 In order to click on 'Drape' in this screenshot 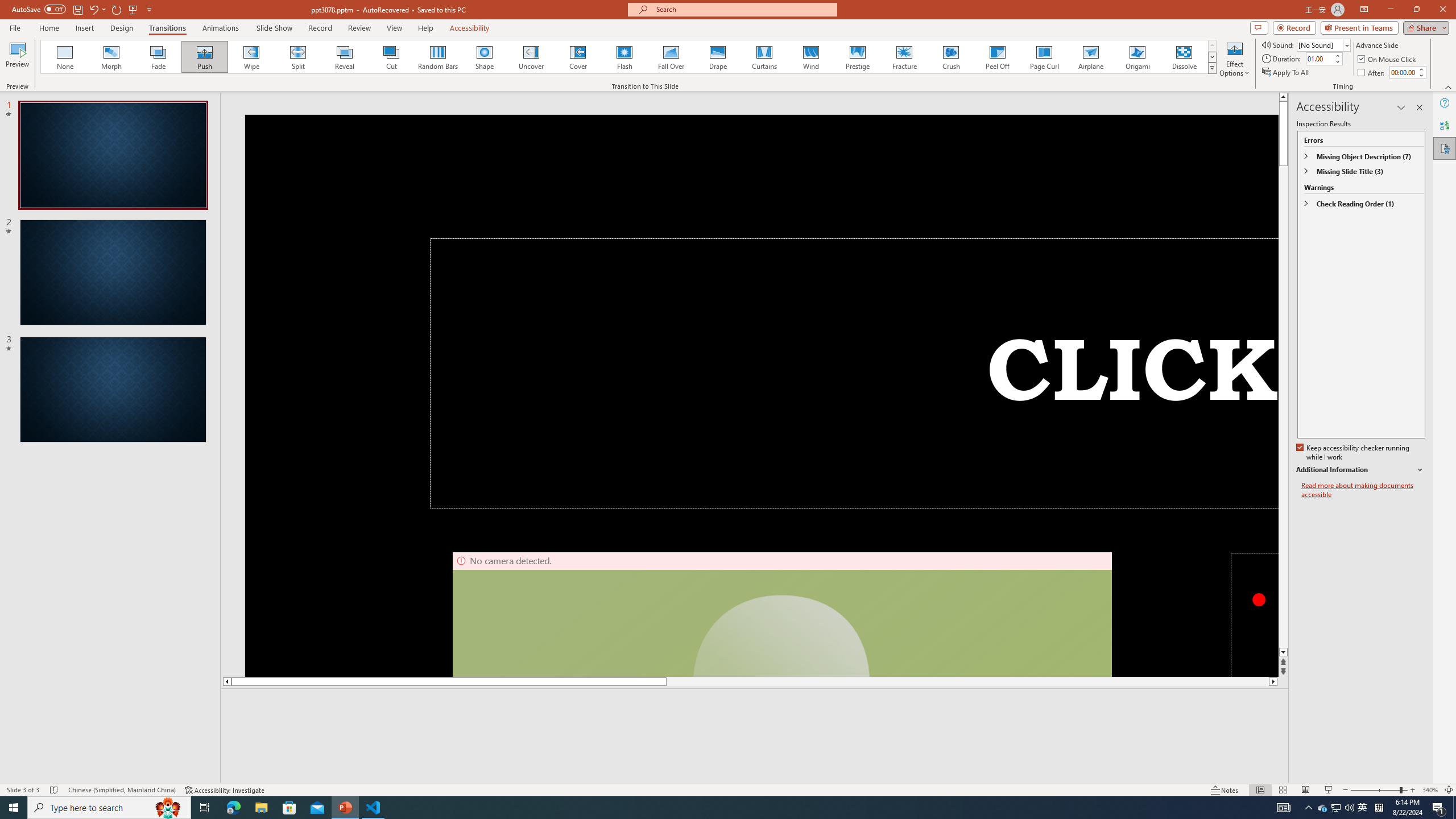, I will do `click(717, 56)`.